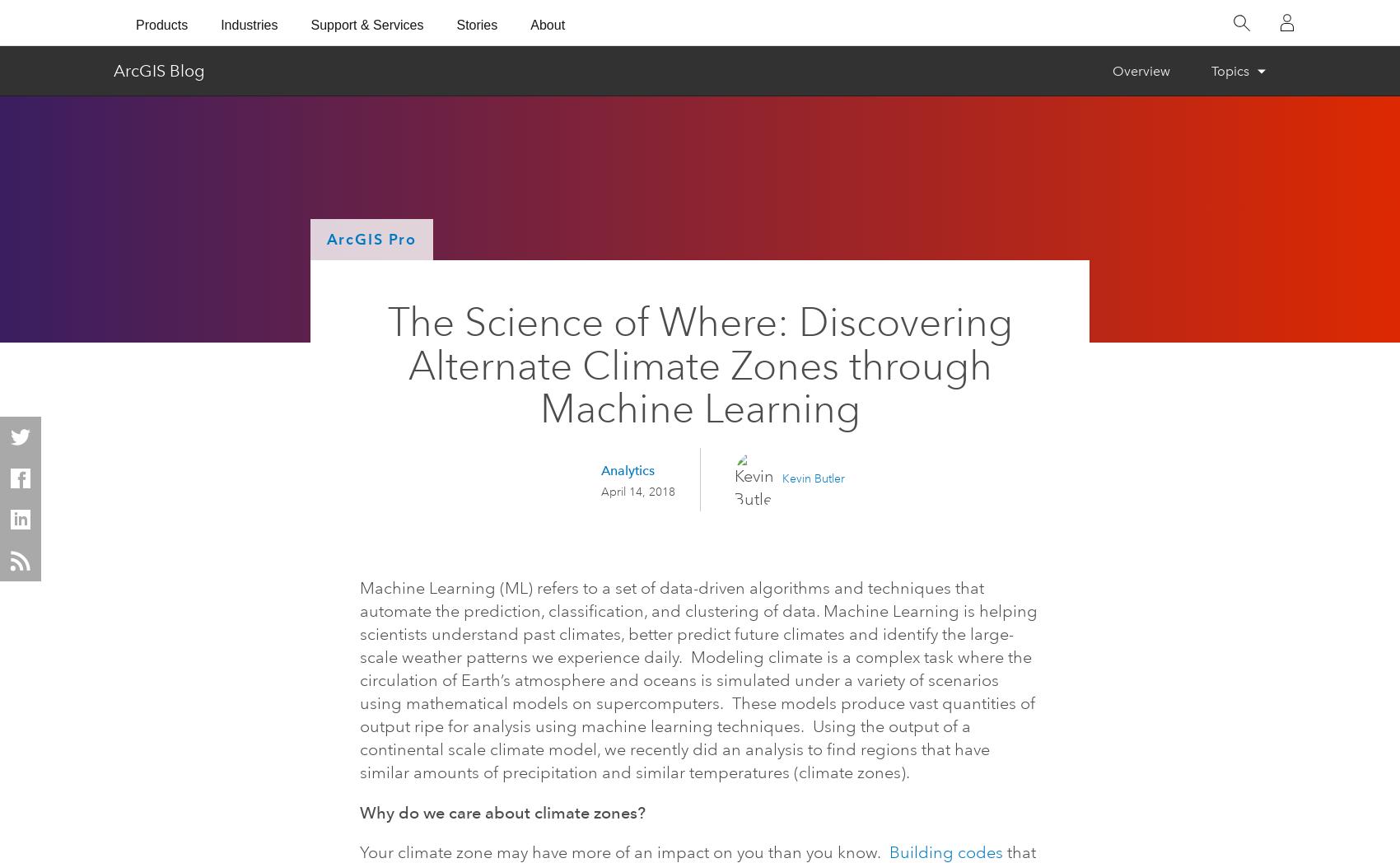  Describe the element at coordinates (161, 23) in the screenshot. I see `'Products'` at that location.